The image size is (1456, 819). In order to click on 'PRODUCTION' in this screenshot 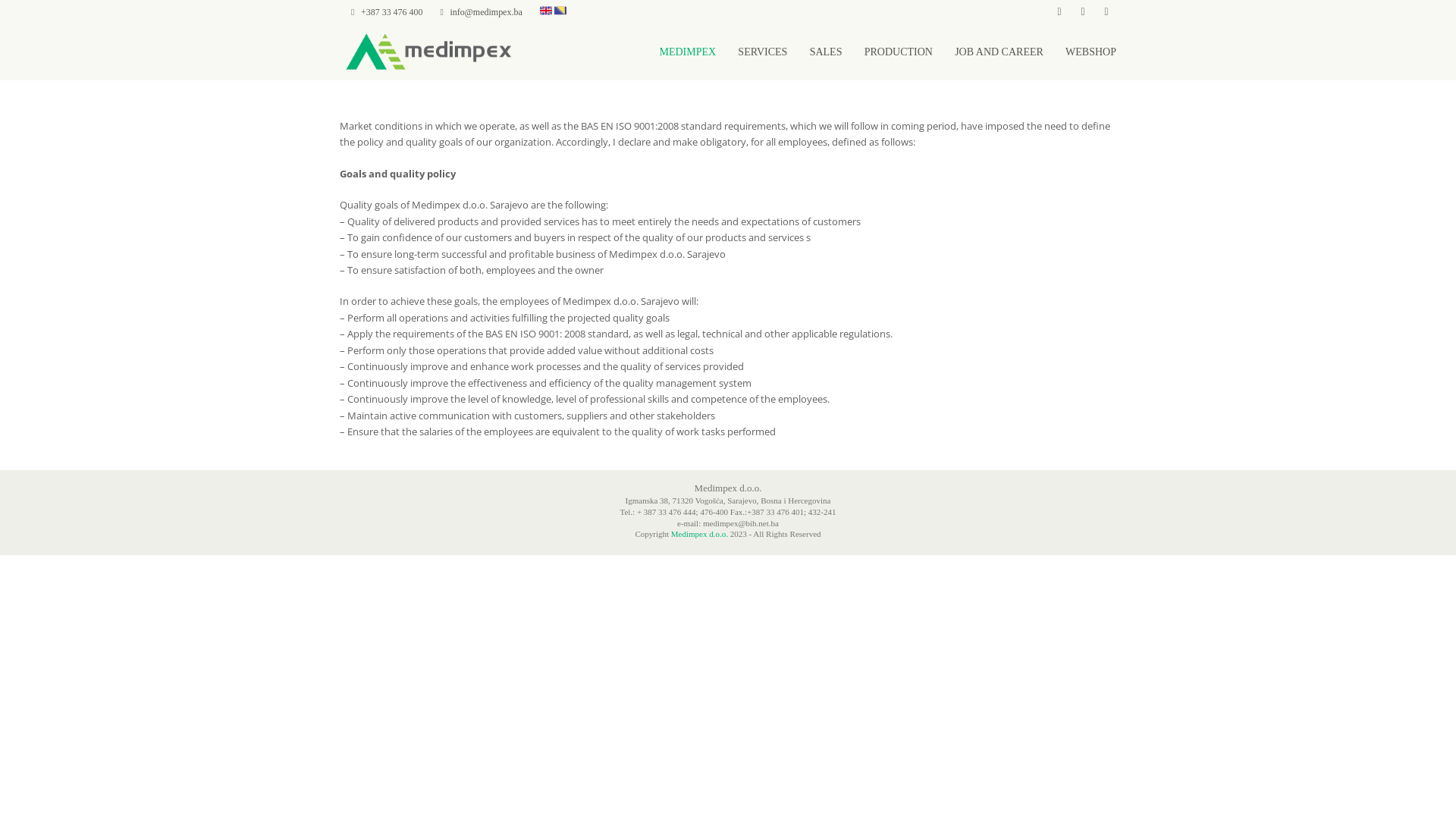, I will do `click(899, 51)`.